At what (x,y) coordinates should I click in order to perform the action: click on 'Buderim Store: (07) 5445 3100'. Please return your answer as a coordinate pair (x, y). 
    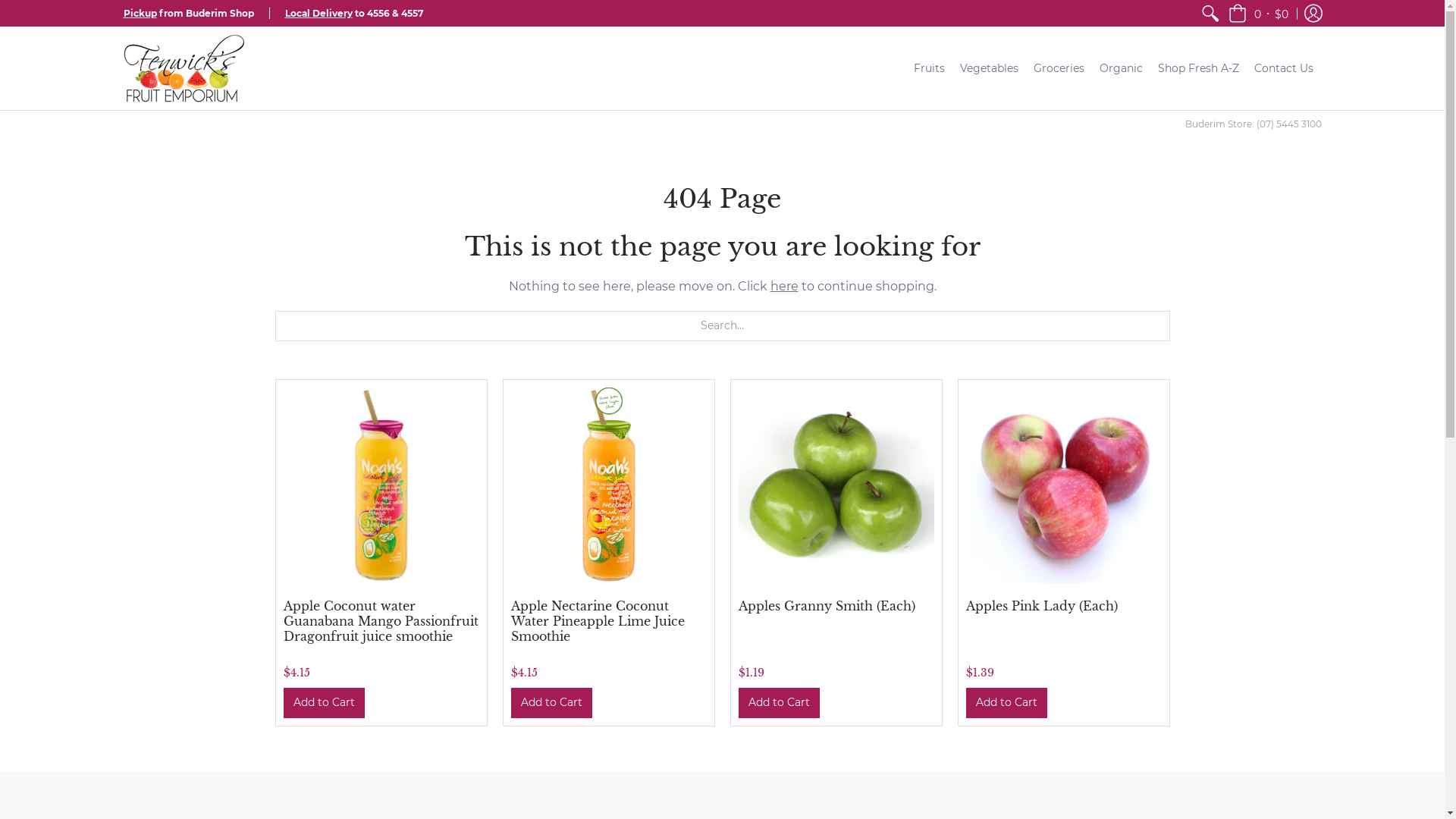
    Looking at the image, I should click on (1252, 123).